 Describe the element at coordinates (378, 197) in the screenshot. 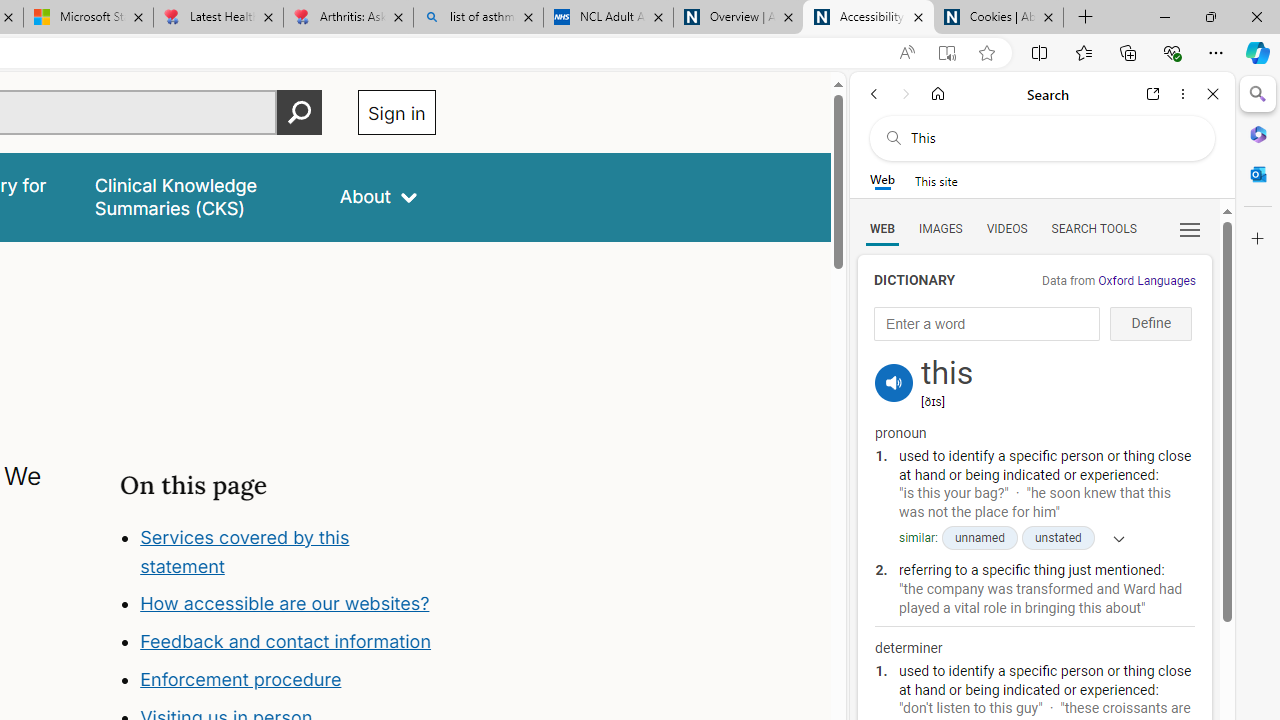

I see `'About'` at that location.